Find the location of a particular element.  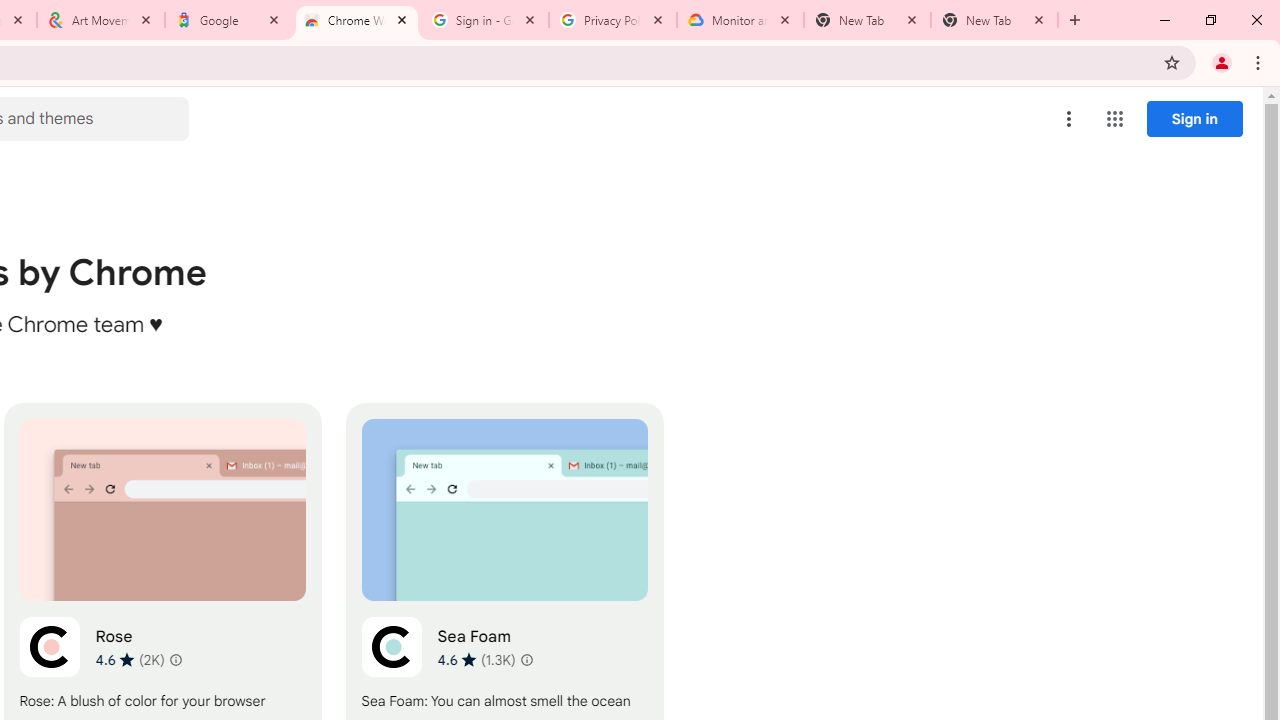

'Chrome Web Store - Color themes by Chrome' is located at coordinates (357, 20).